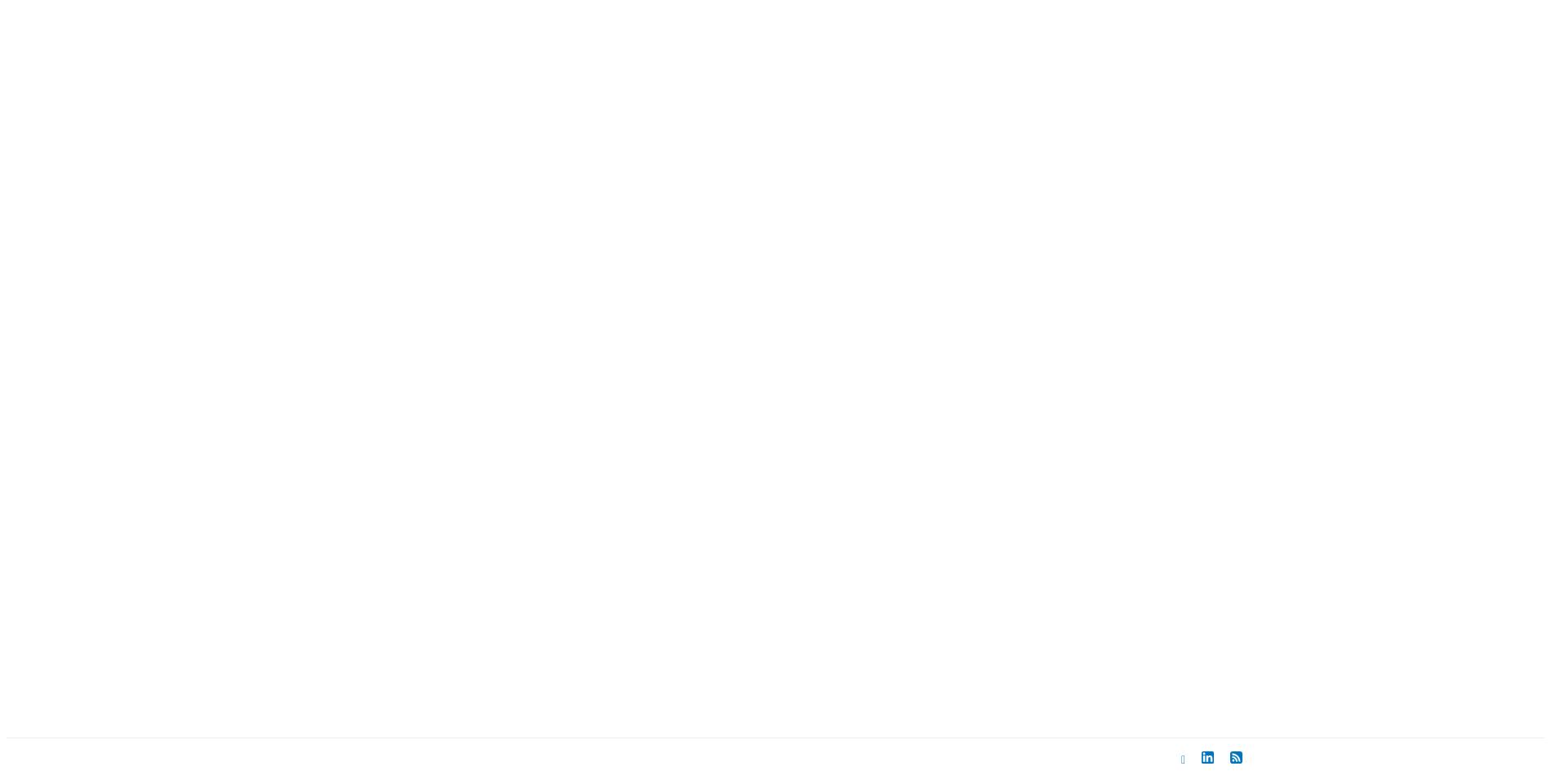 This screenshot has height=784, width=1551. Describe the element at coordinates (1024, 171) in the screenshot. I see `'February 2007'` at that location.